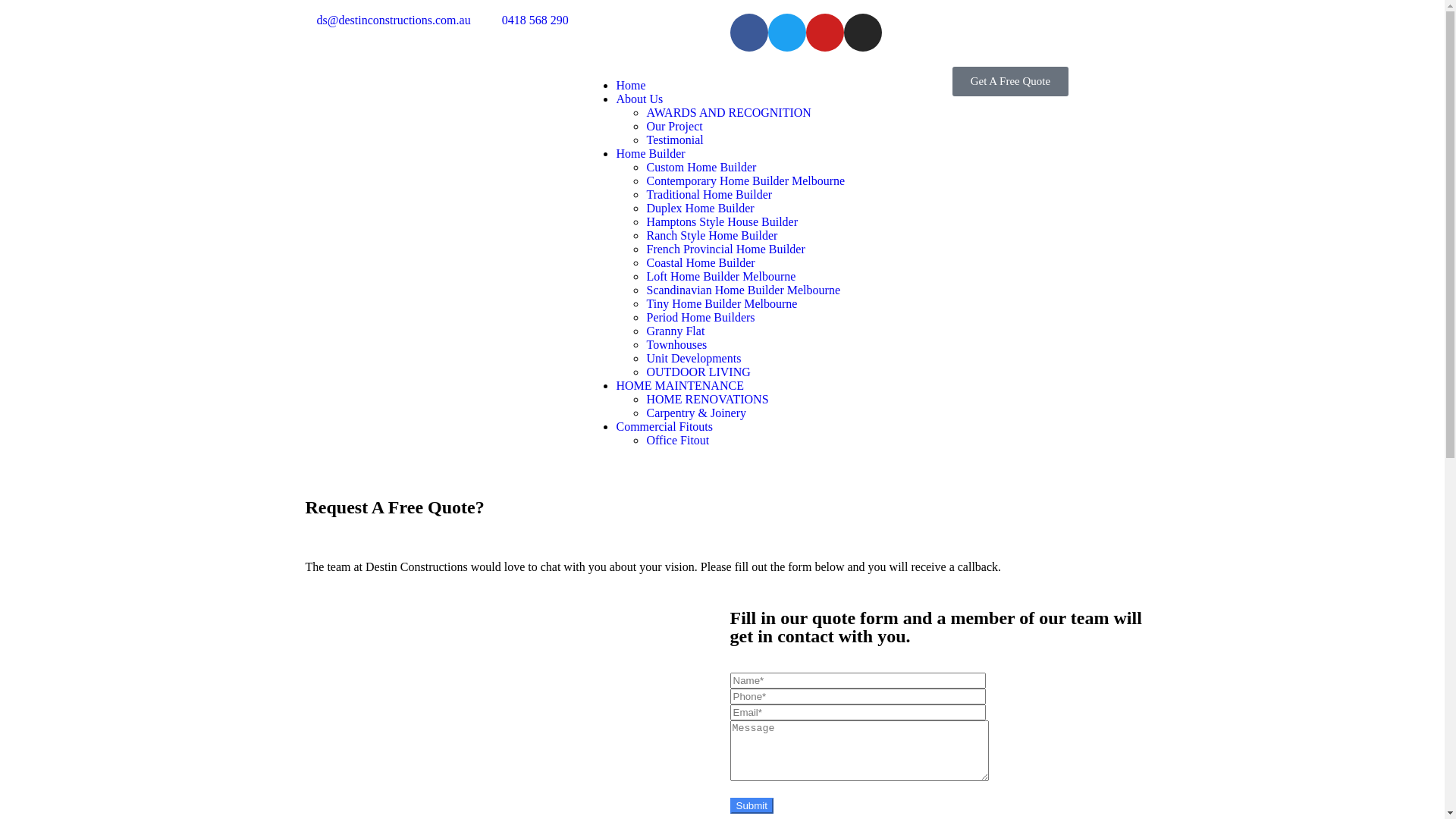 The image size is (1456, 819). I want to click on 'Period Home Builders', so click(699, 316).